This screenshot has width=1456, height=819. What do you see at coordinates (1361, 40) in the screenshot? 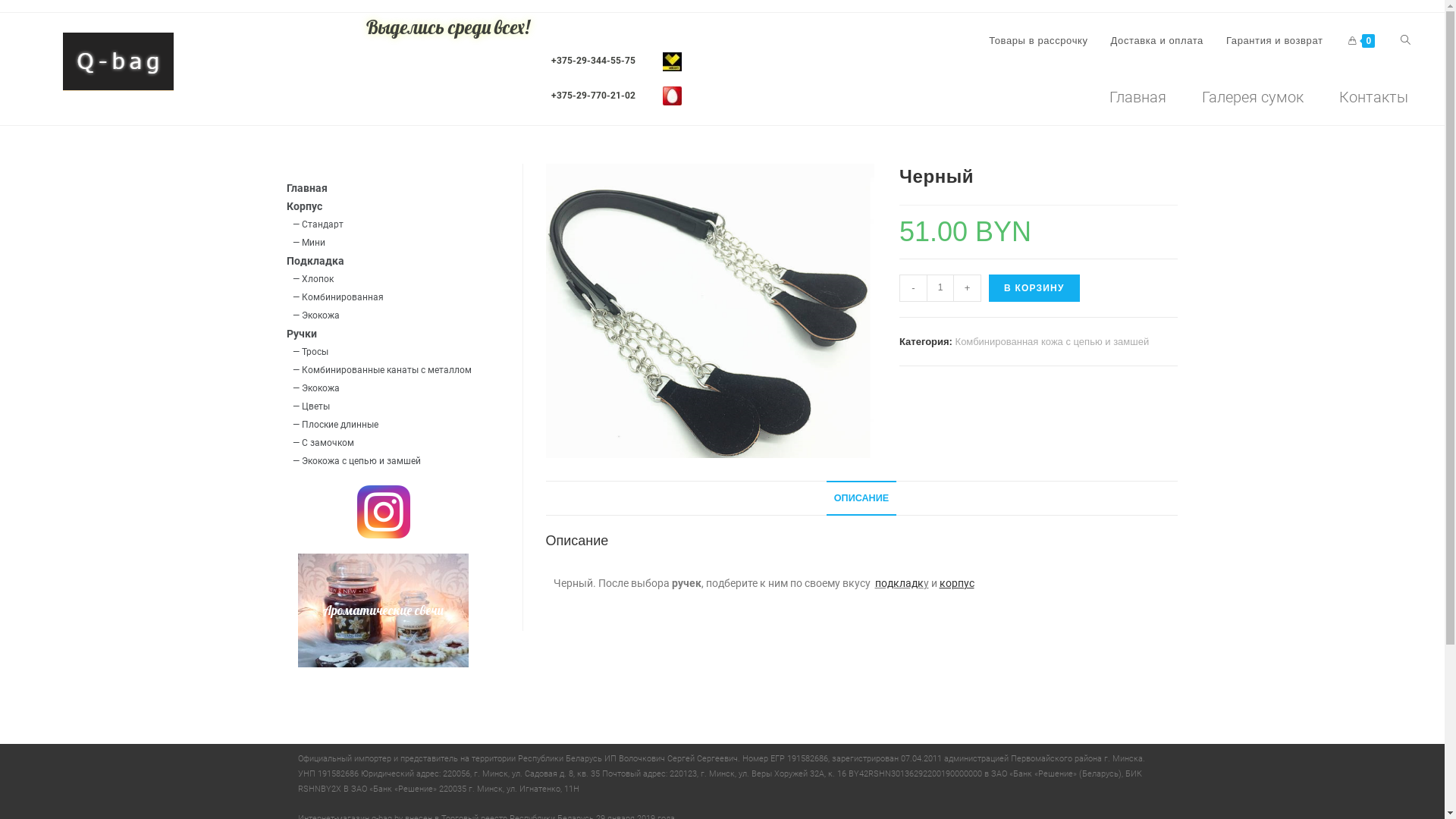
I see `'0'` at bounding box center [1361, 40].